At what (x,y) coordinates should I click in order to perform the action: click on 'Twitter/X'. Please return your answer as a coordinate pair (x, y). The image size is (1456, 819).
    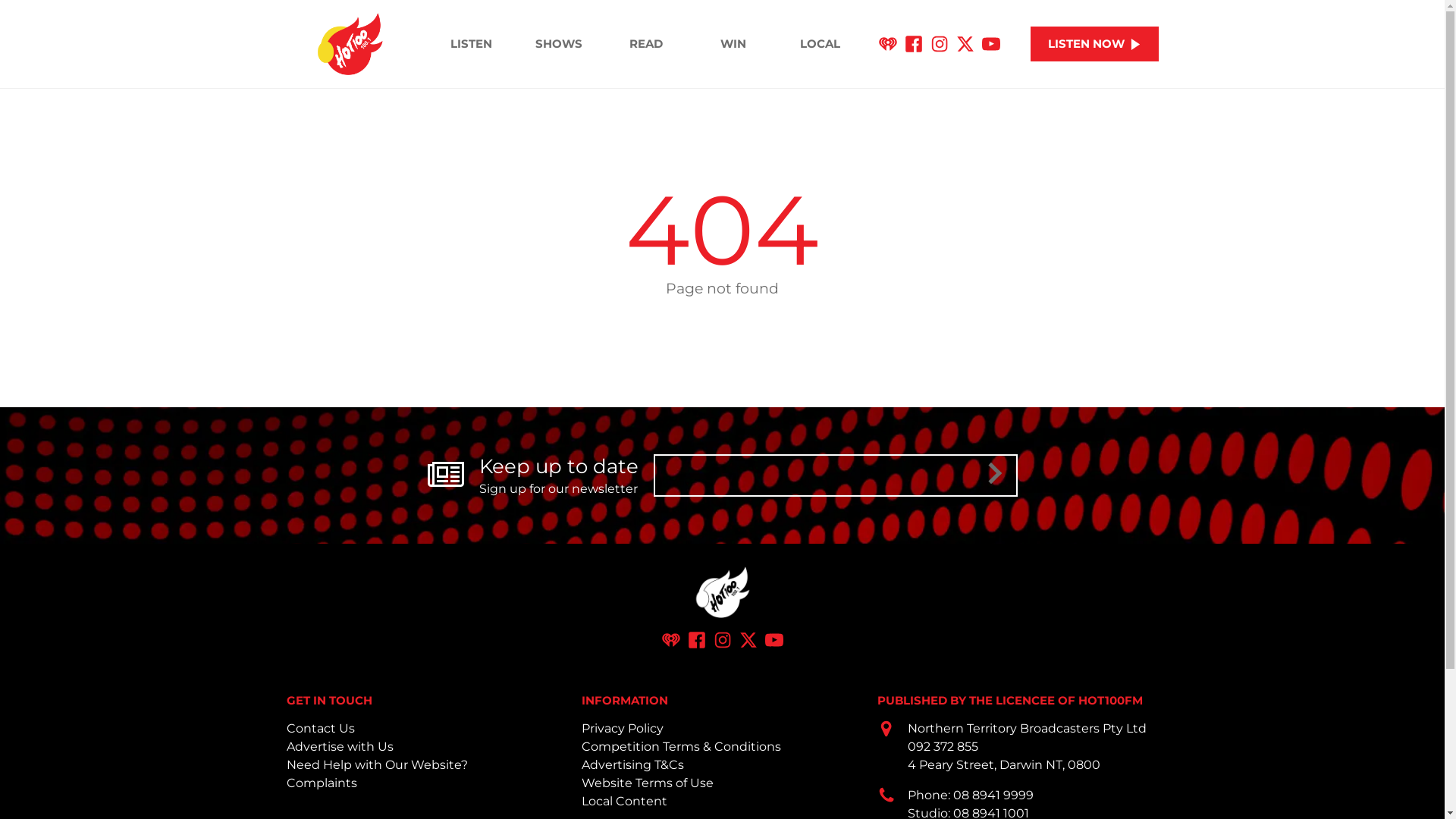
    Looking at the image, I should click on (964, 43).